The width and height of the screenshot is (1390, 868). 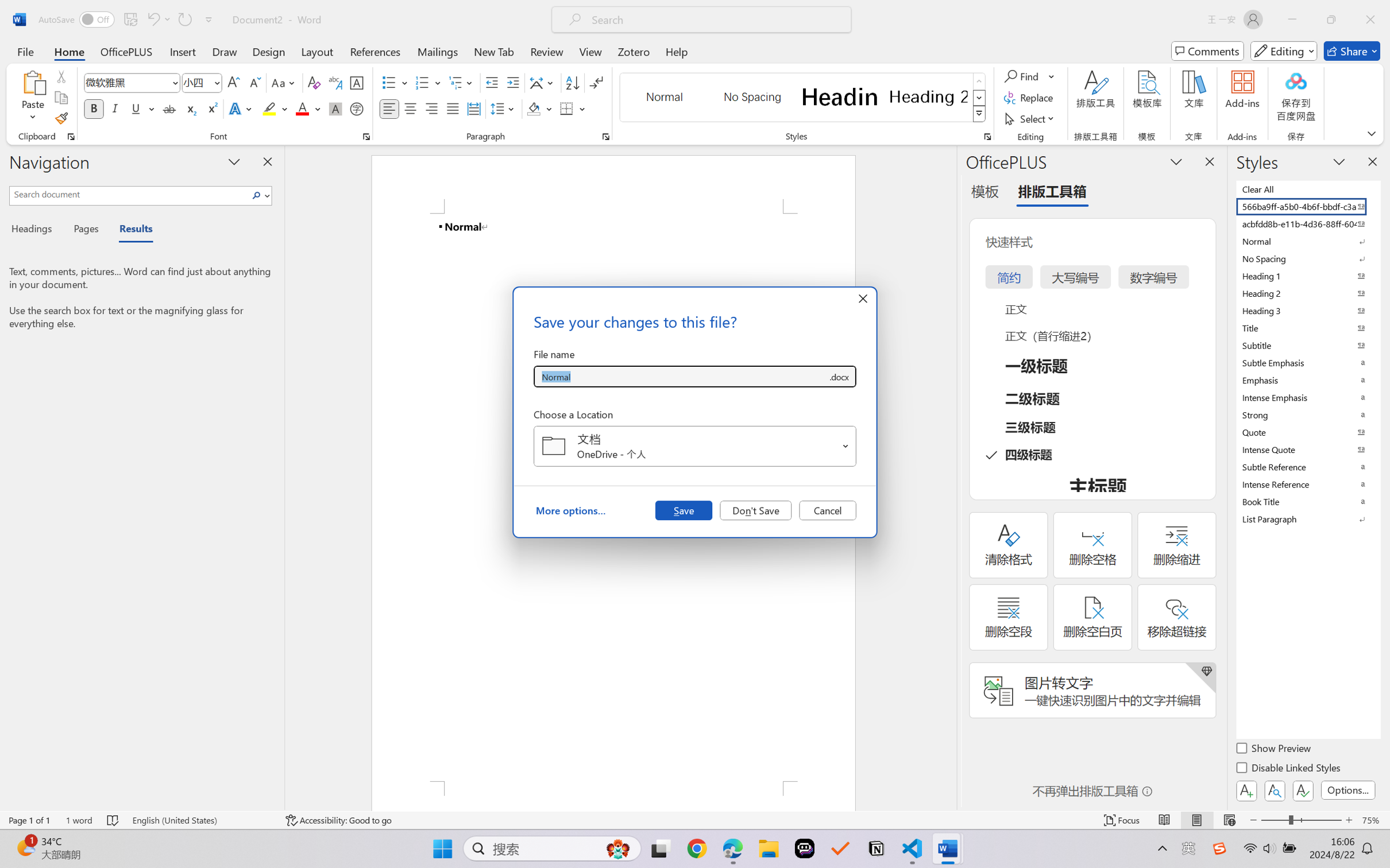 I want to click on 'Intense Reference', so click(x=1307, y=484).